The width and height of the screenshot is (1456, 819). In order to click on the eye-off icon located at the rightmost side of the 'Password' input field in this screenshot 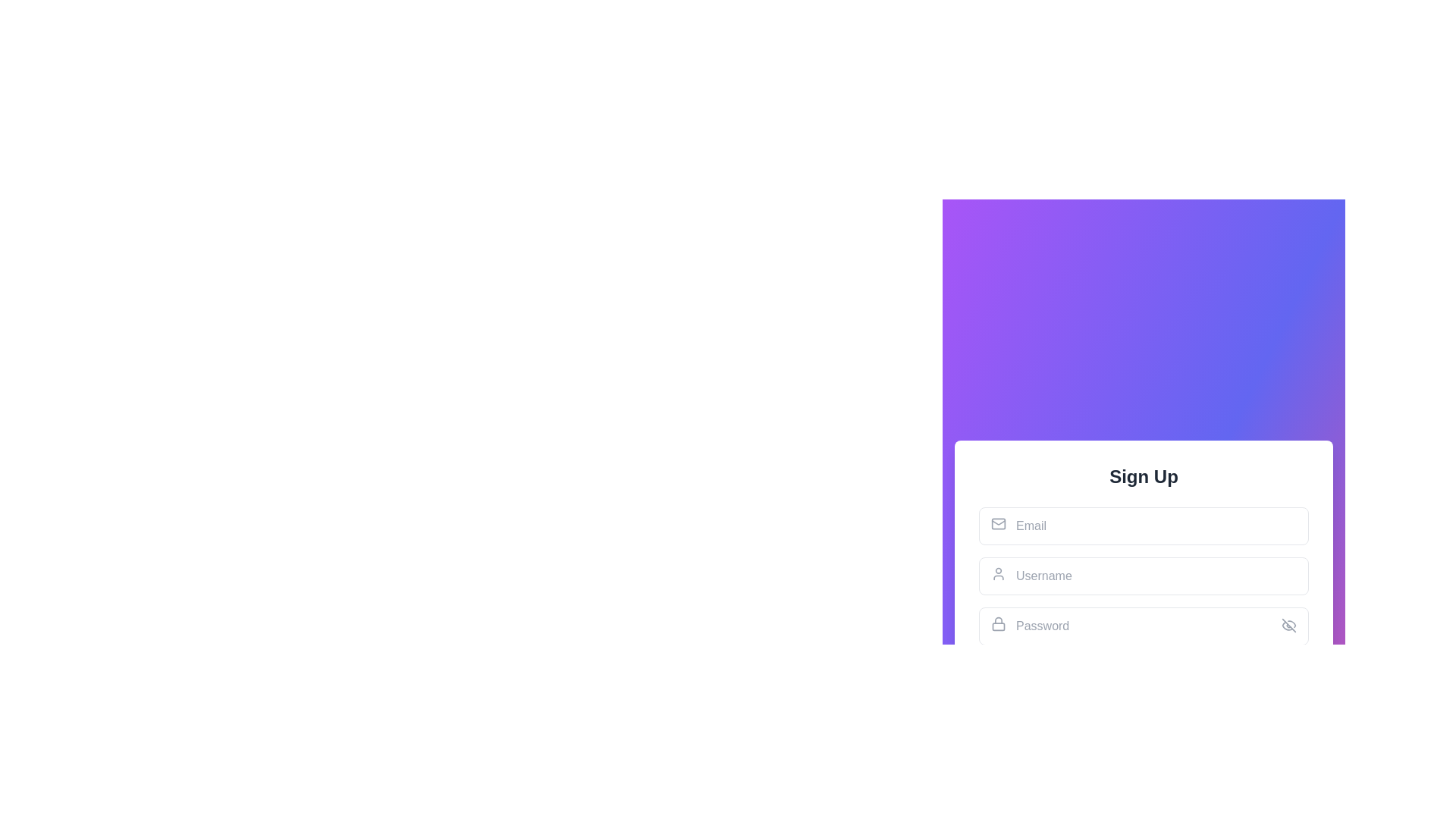, I will do `click(1288, 626)`.